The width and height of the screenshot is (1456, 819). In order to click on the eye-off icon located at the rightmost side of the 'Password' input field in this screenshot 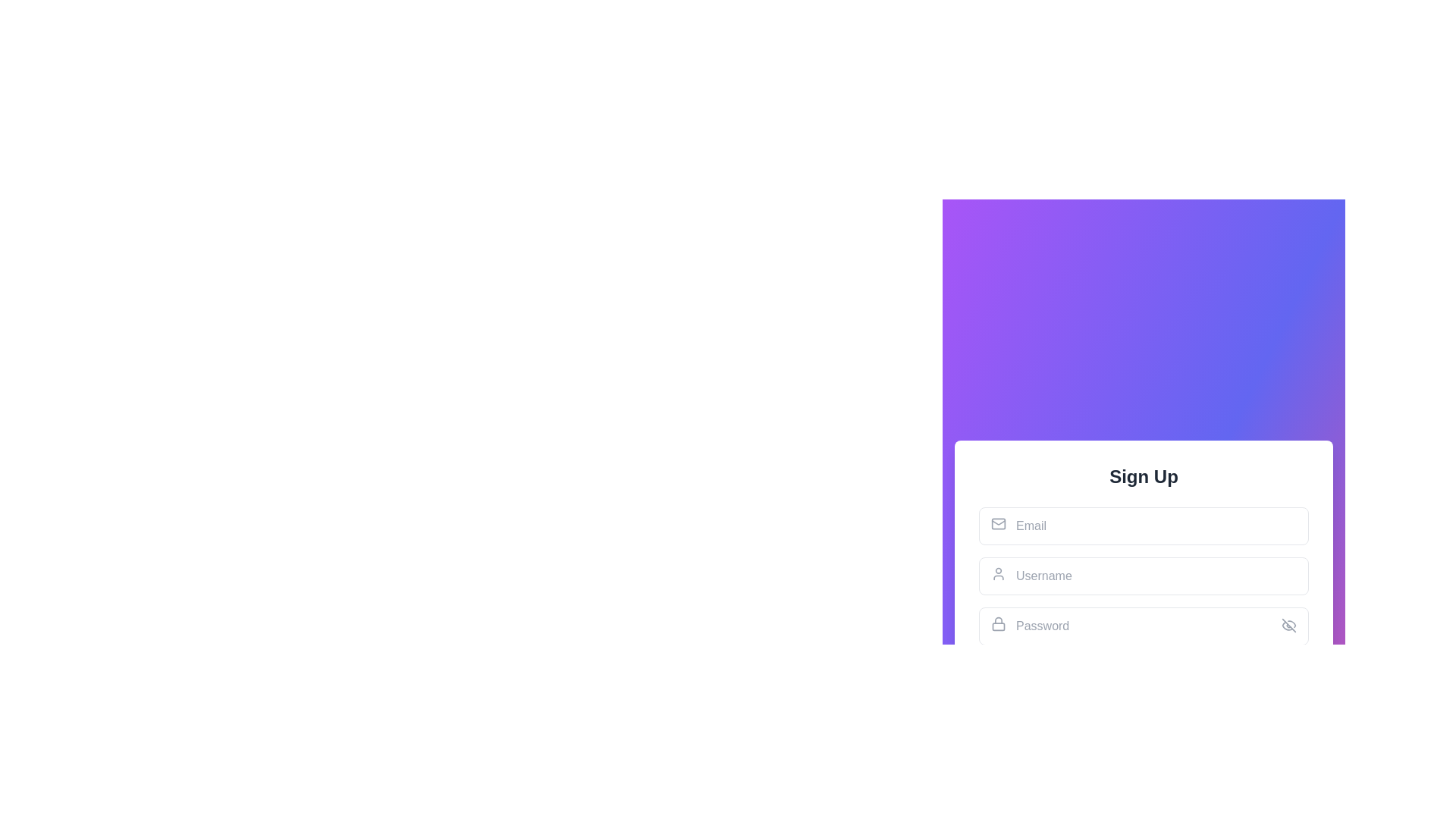, I will do `click(1288, 626)`.